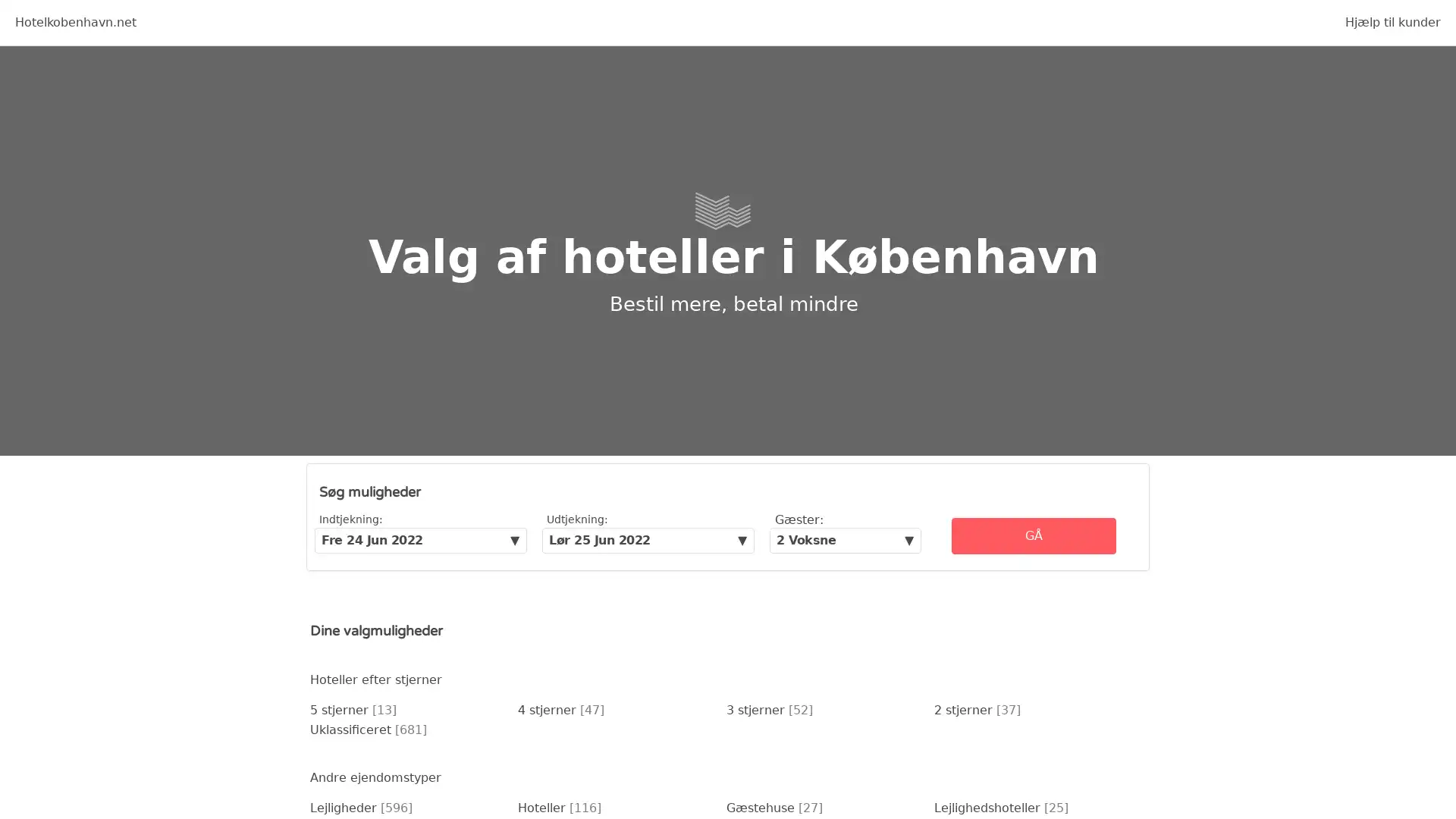 This screenshot has width=1456, height=819. I want to click on GA, so click(1033, 535).